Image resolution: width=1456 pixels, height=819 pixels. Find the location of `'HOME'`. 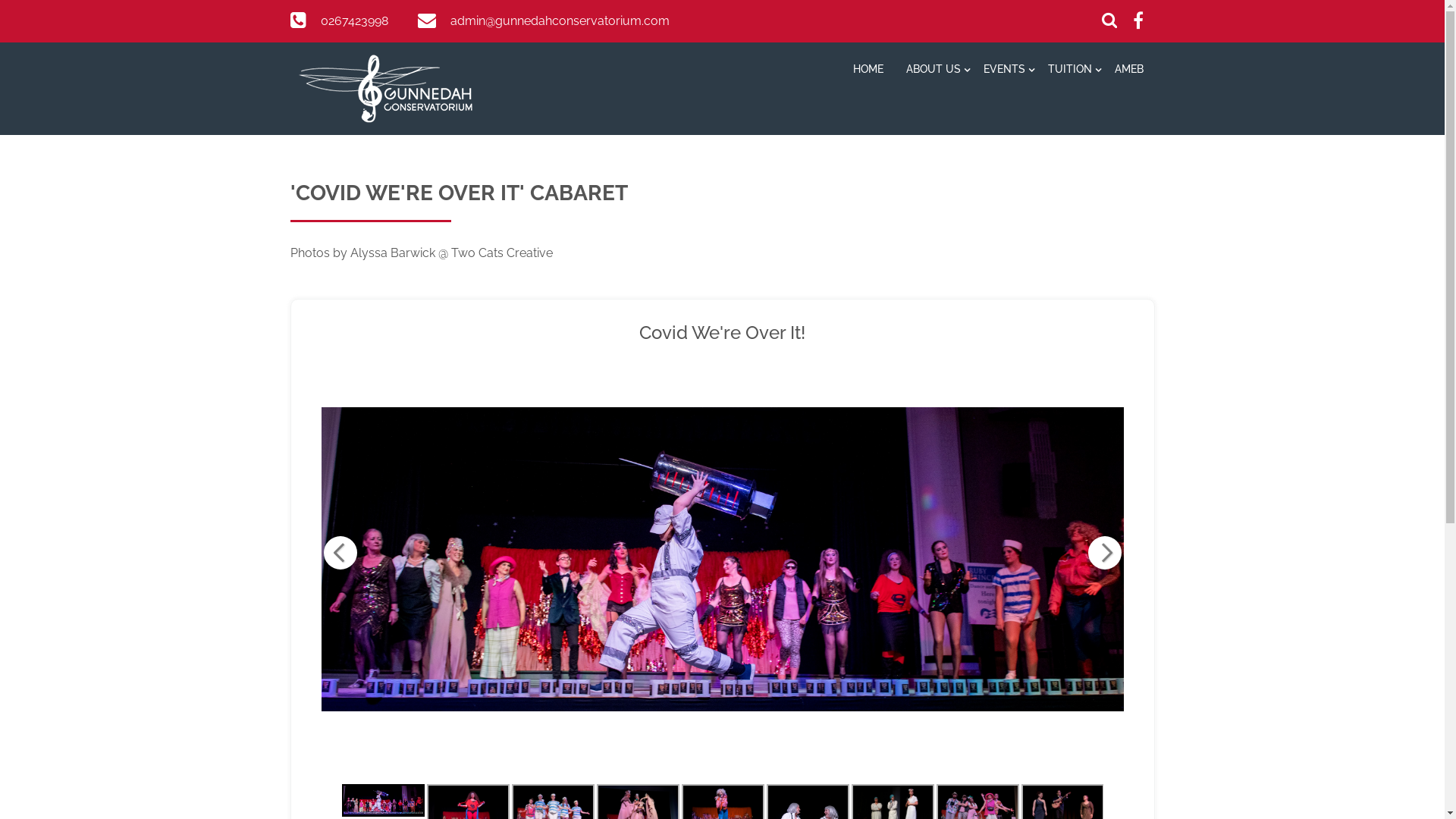

'HOME' is located at coordinates (868, 71).